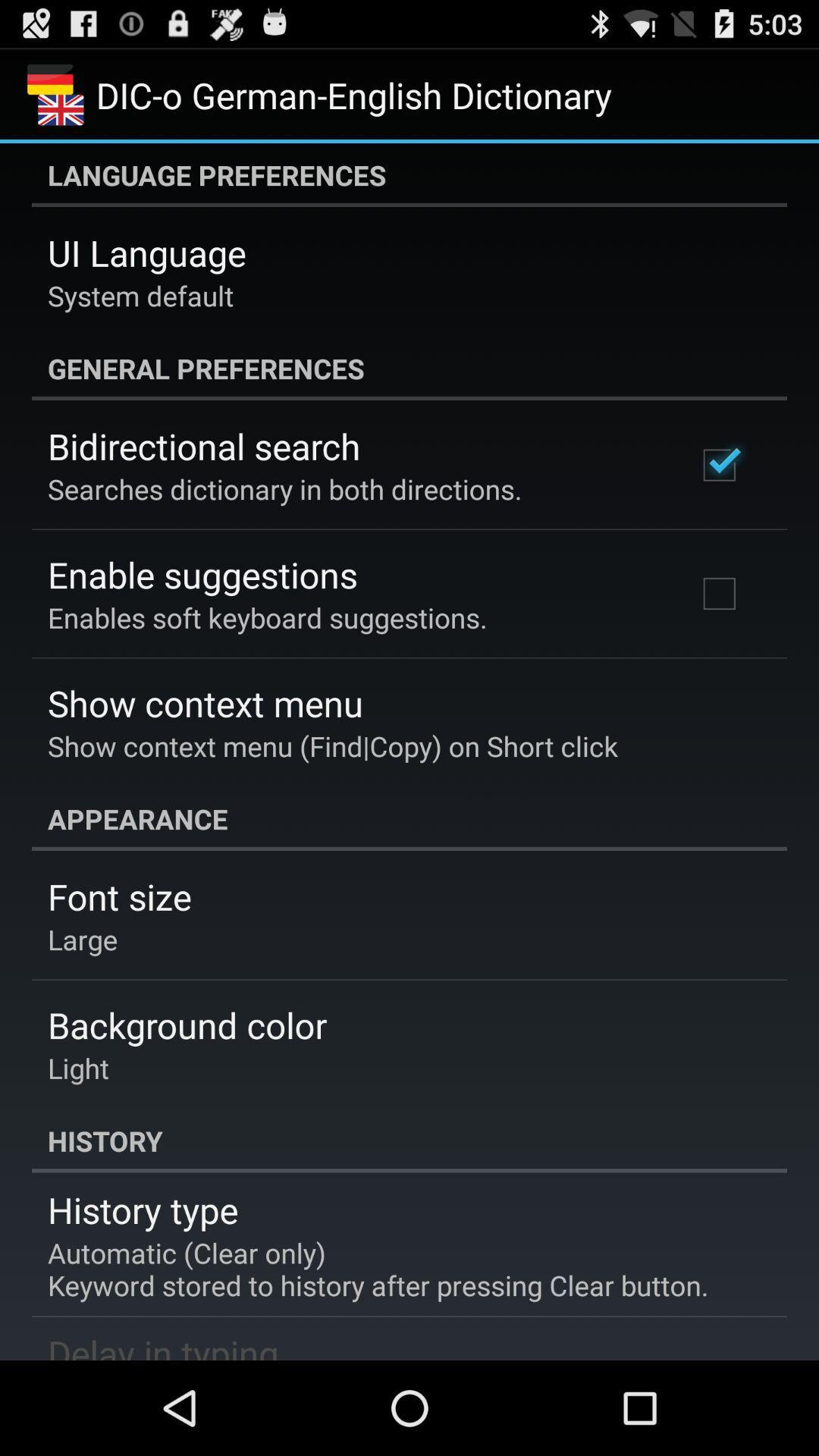 The width and height of the screenshot is (819, 1456). What do you see at coordinates (409, 368) in the screenshot?
I see `general preferences item` at bounding box center [409, 368].